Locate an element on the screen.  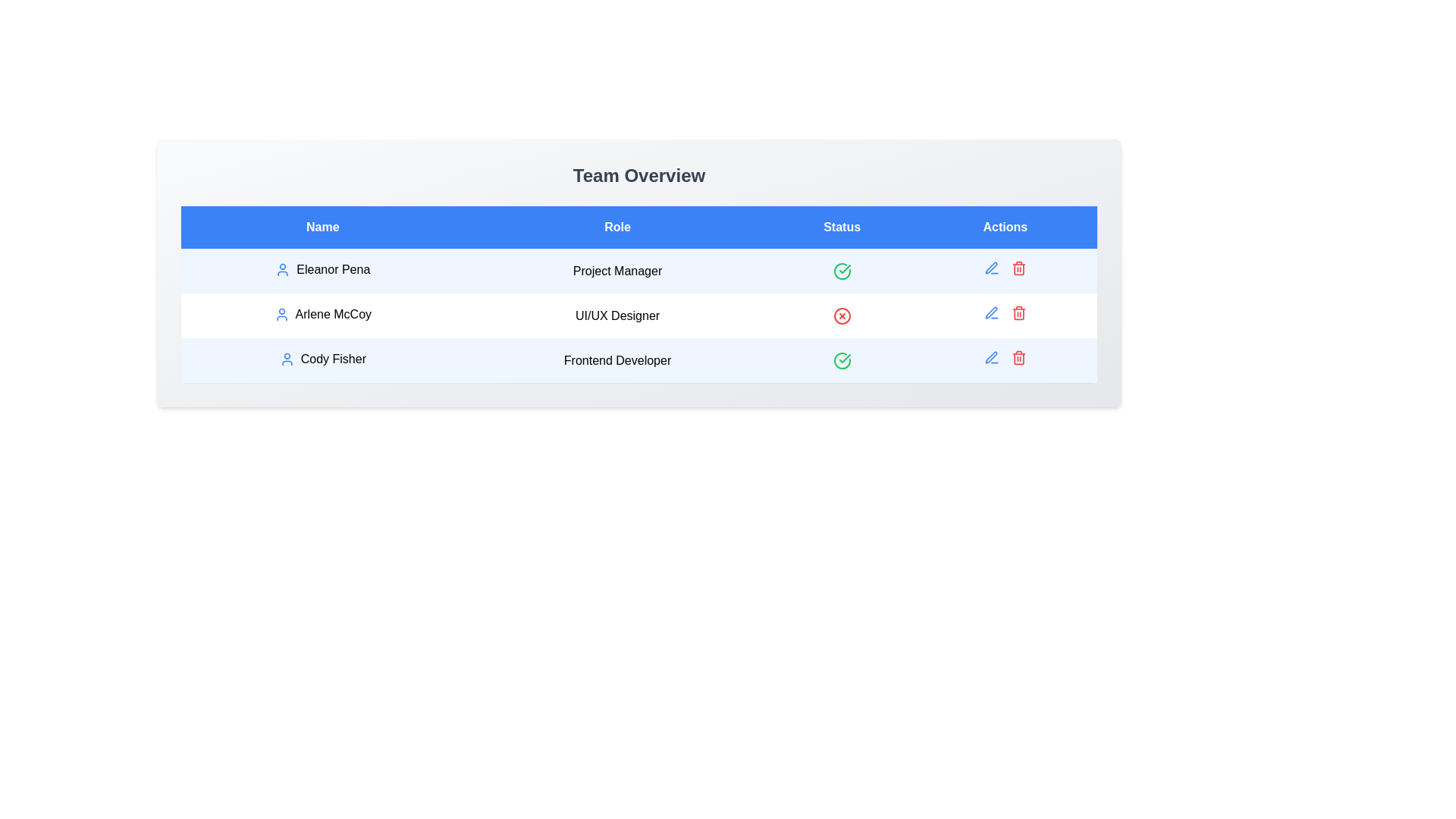
the Table Header Cell that serves as the header label for the 'Actions' column in the table, positioned in the fourth column after 'Name', 'Role', and 'Status' is located at coordinates (1005, 227).